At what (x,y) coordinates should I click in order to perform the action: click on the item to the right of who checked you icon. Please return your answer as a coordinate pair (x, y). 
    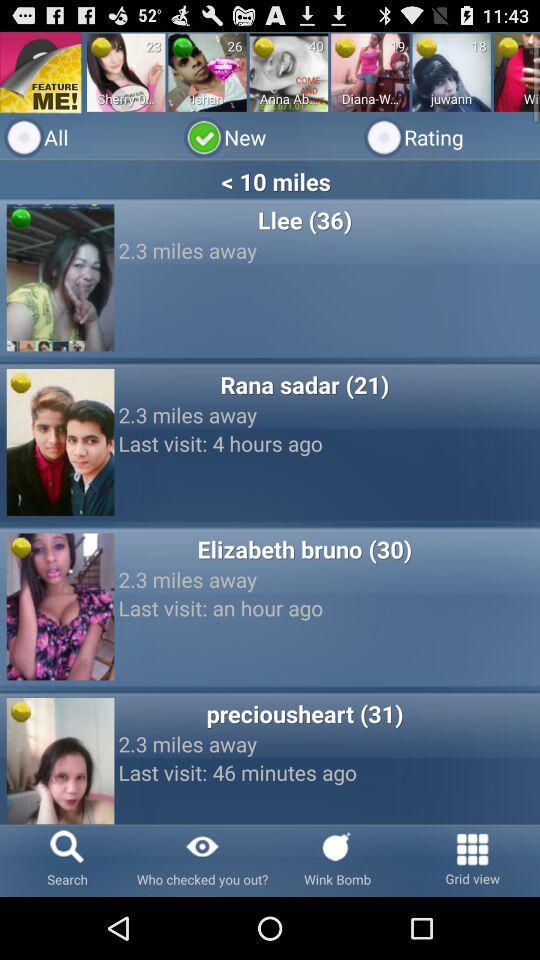
    Looking at the image, I should click on (337, 859).